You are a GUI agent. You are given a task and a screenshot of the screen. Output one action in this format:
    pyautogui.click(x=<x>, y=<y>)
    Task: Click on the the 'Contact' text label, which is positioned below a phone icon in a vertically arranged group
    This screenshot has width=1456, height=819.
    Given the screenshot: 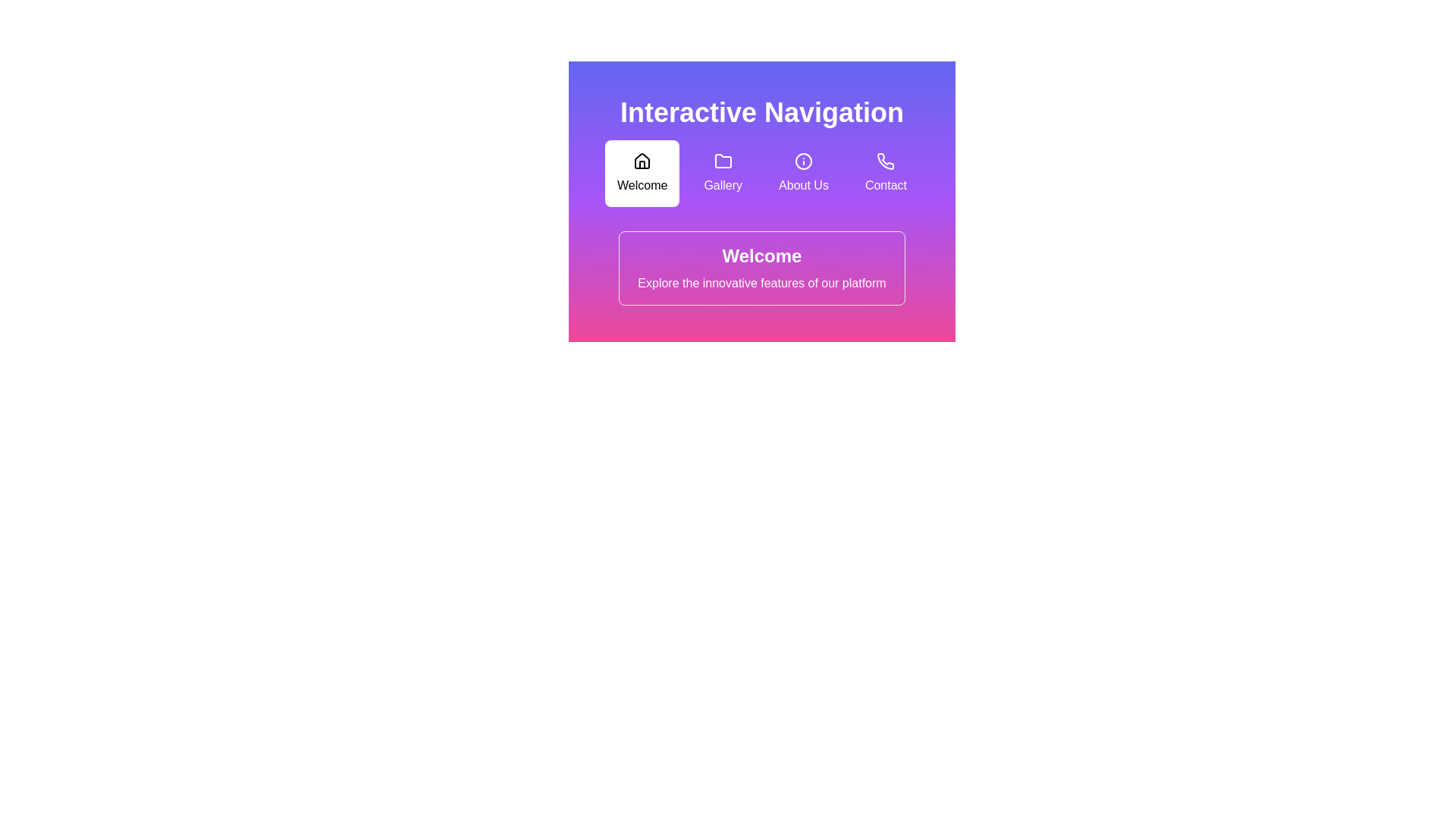 What is the action you would take?
    pyautogui.click(x=886, y=185)
    